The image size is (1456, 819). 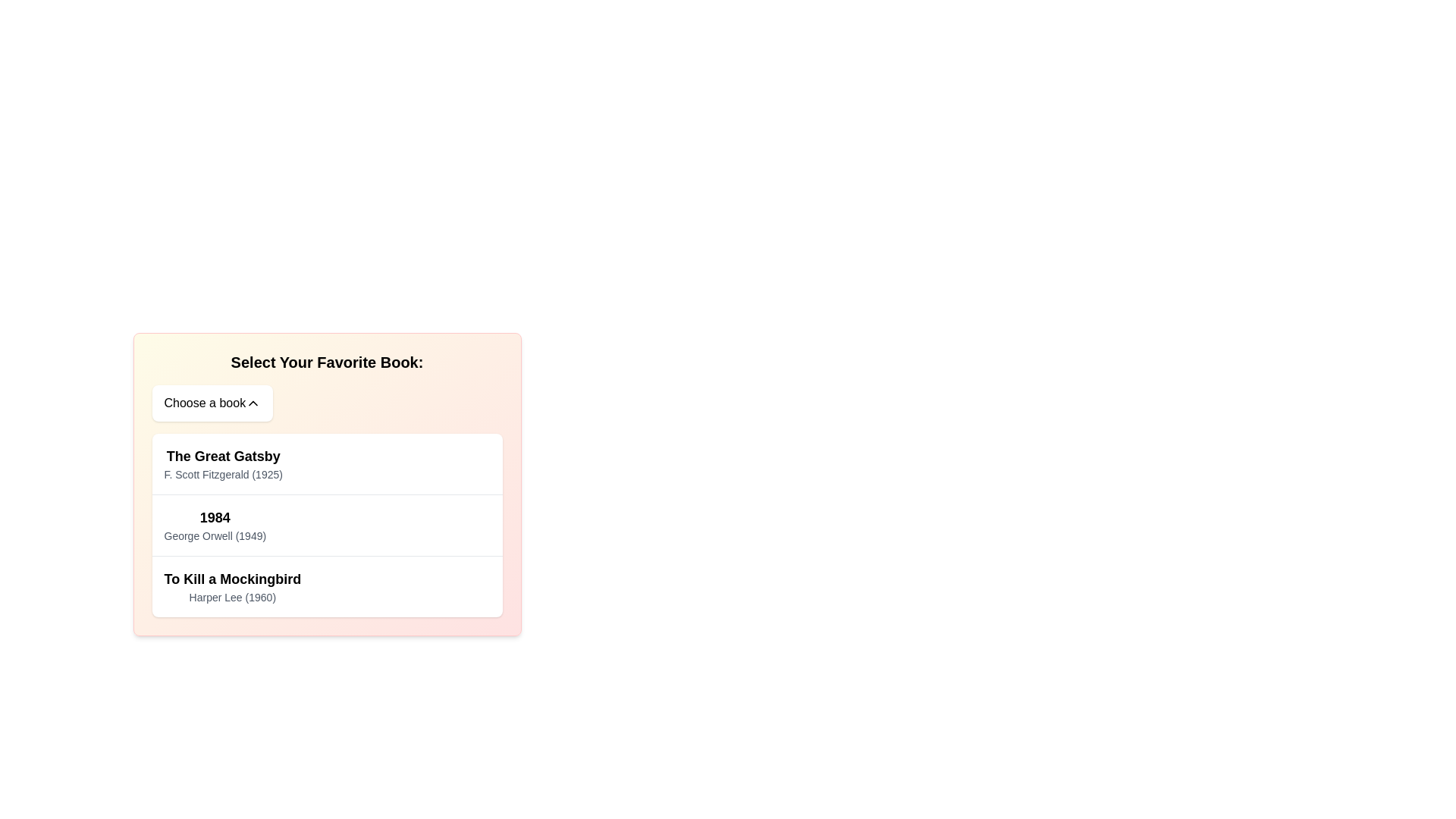 I want to click on the text element that provides additional information about the book 'The Great Gatsby', specifically the author and publication year, positioned directly below the title, so click(x=222, y=473).